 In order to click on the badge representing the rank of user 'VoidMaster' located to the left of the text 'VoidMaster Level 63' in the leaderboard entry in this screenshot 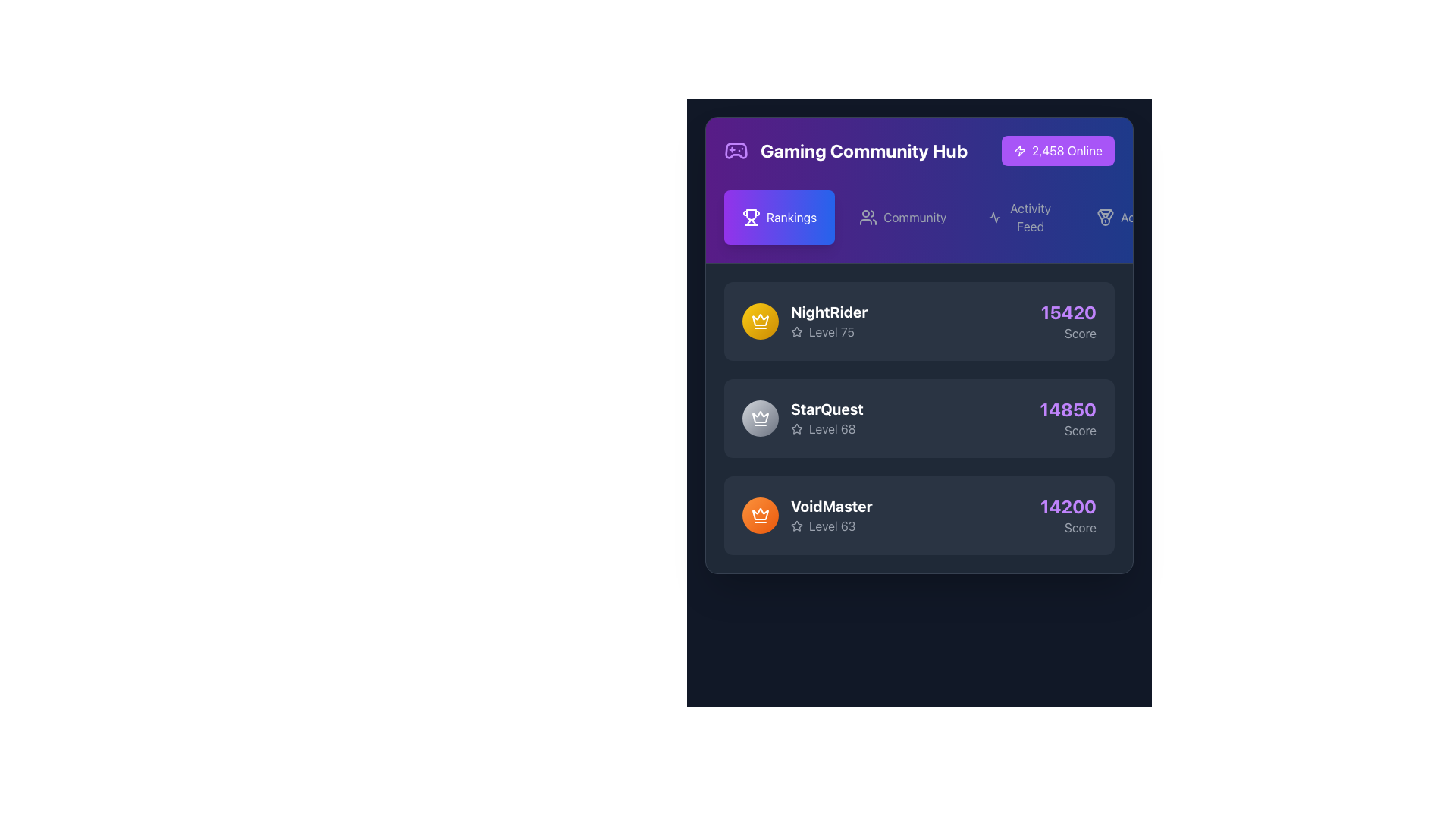, I will do `click(761, 514)`.